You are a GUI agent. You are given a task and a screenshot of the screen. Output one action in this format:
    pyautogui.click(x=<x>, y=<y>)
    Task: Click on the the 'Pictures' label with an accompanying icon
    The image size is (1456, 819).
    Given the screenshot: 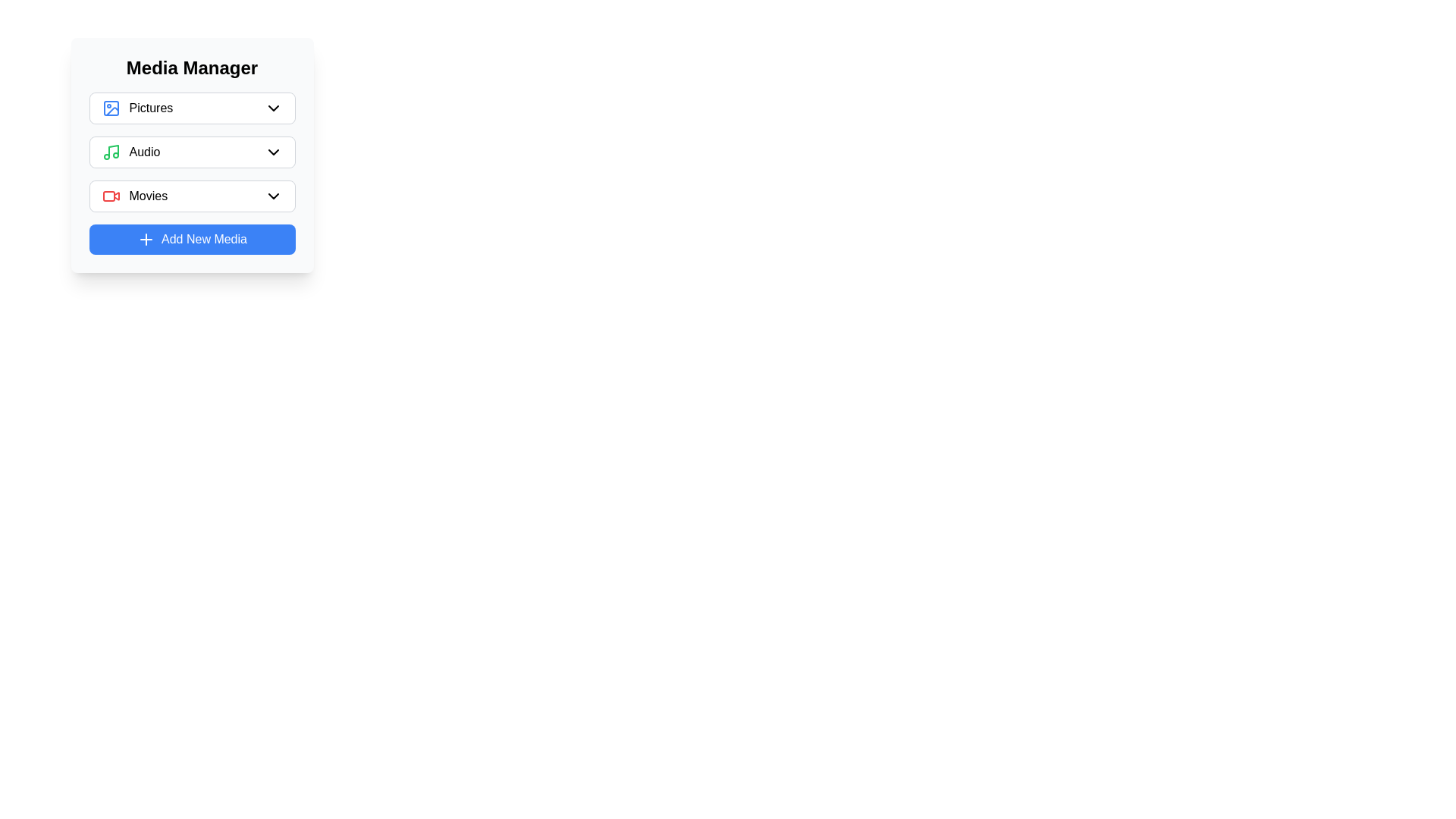 What is the action you would take?
    pyautogui.click(x=137, y=107)
    